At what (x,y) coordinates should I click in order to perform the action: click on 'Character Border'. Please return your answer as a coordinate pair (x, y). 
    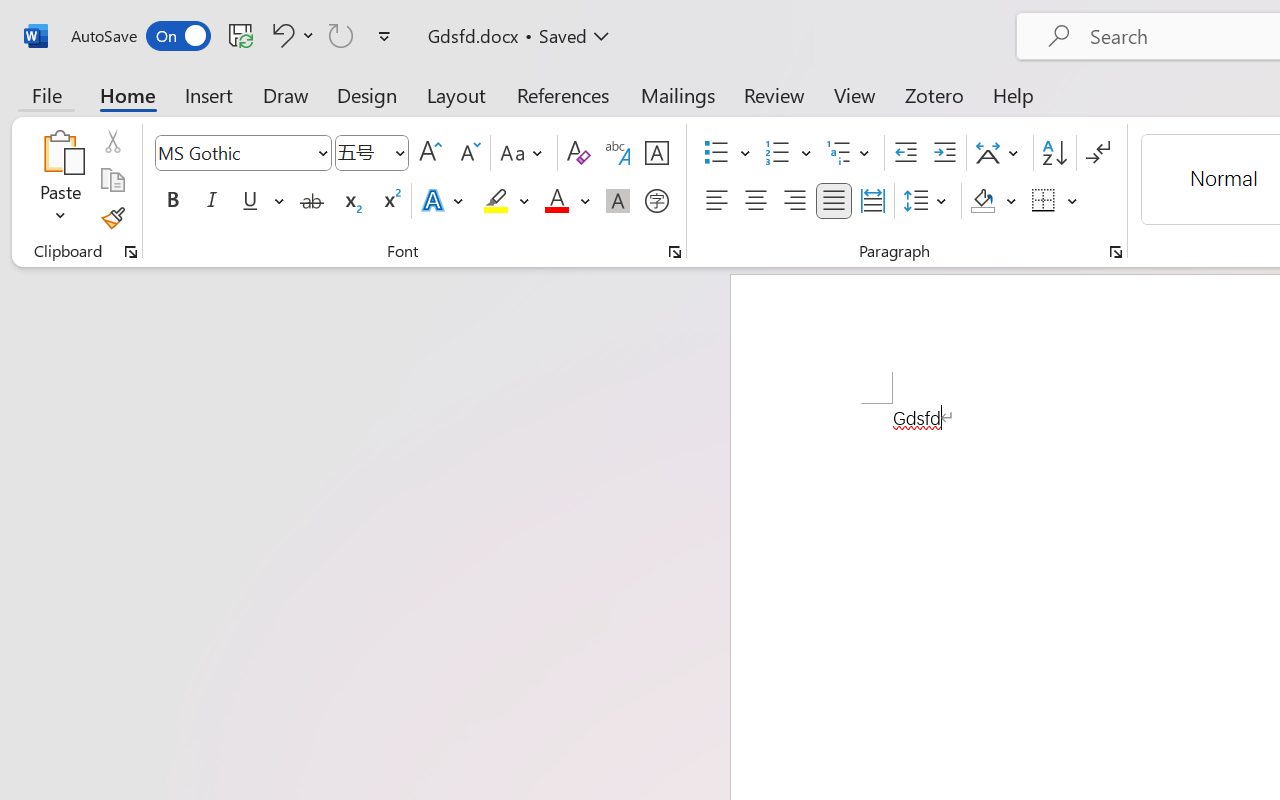
    Looking at the image, I should click on (656, 153).